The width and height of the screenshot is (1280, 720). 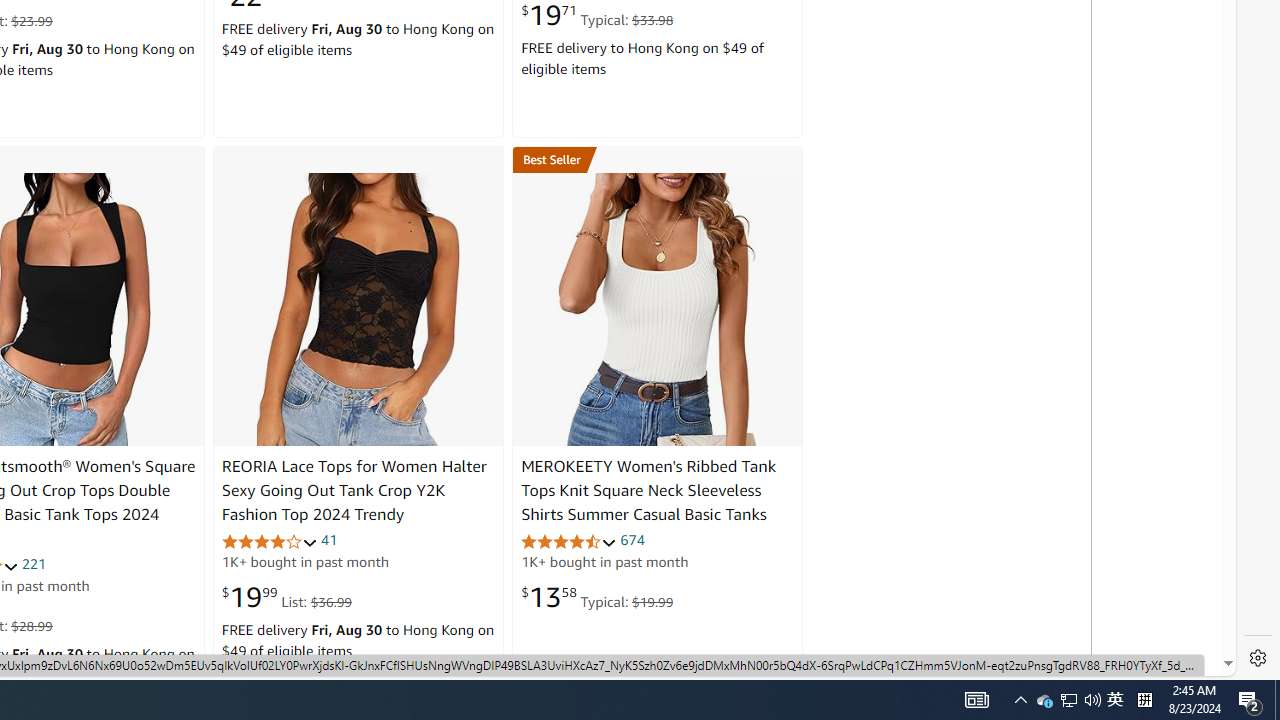 I want to click on '$13.58 Typical: $19.99', so click(x=596, y=595).